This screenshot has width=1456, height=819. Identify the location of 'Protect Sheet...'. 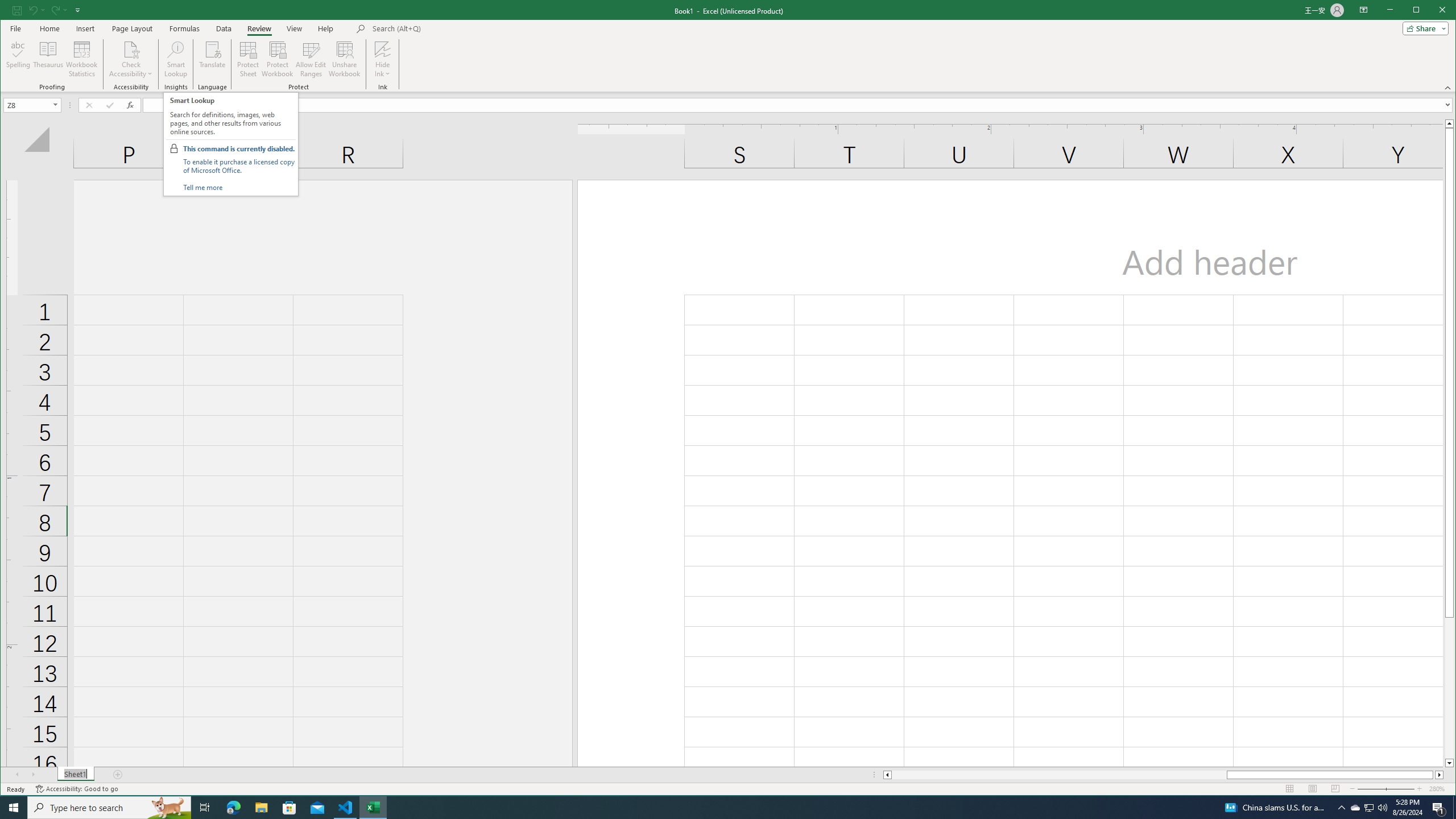
(248, 59).